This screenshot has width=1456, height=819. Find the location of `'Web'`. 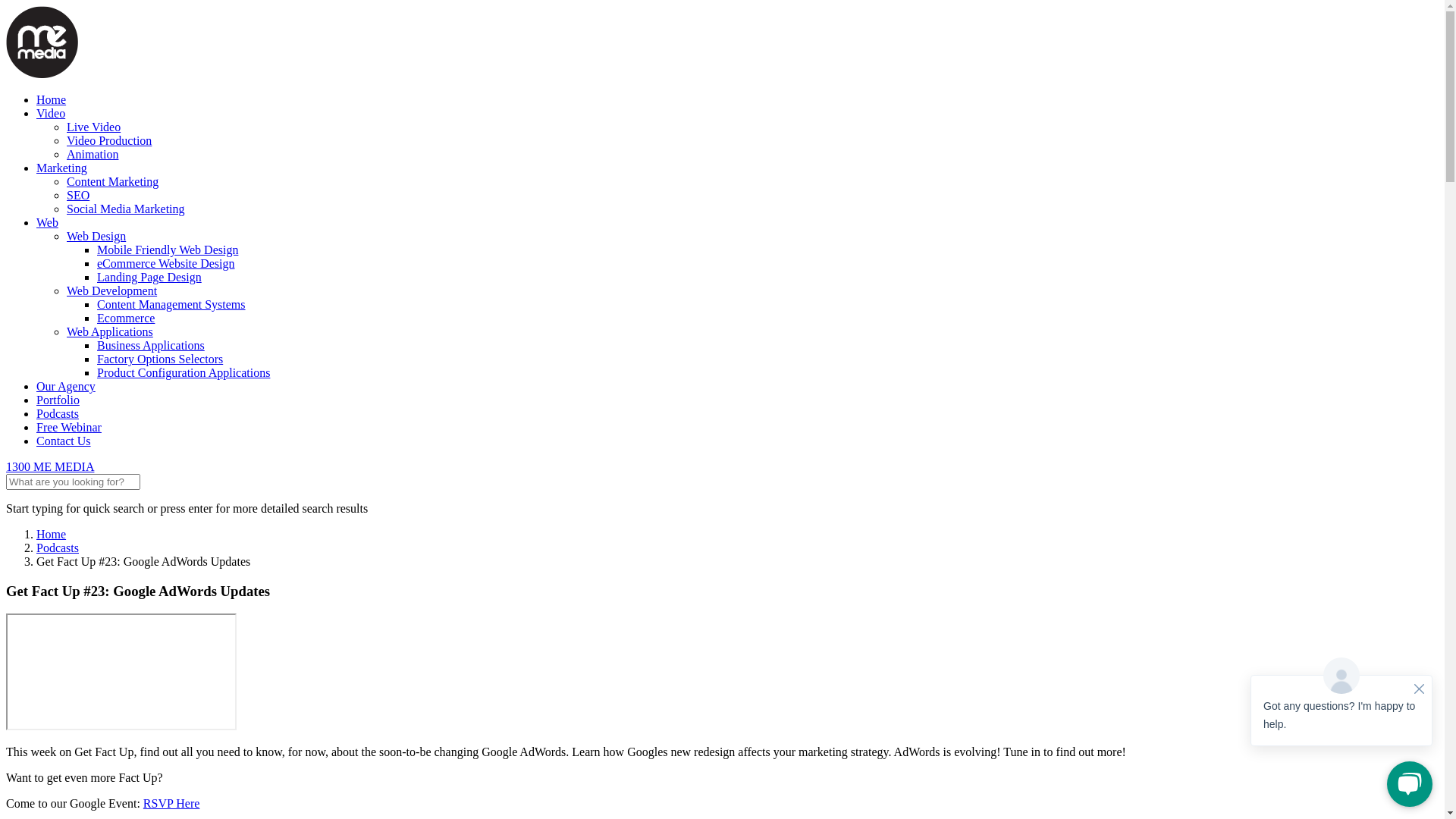

'Web' is located at coordinates (47, 222).